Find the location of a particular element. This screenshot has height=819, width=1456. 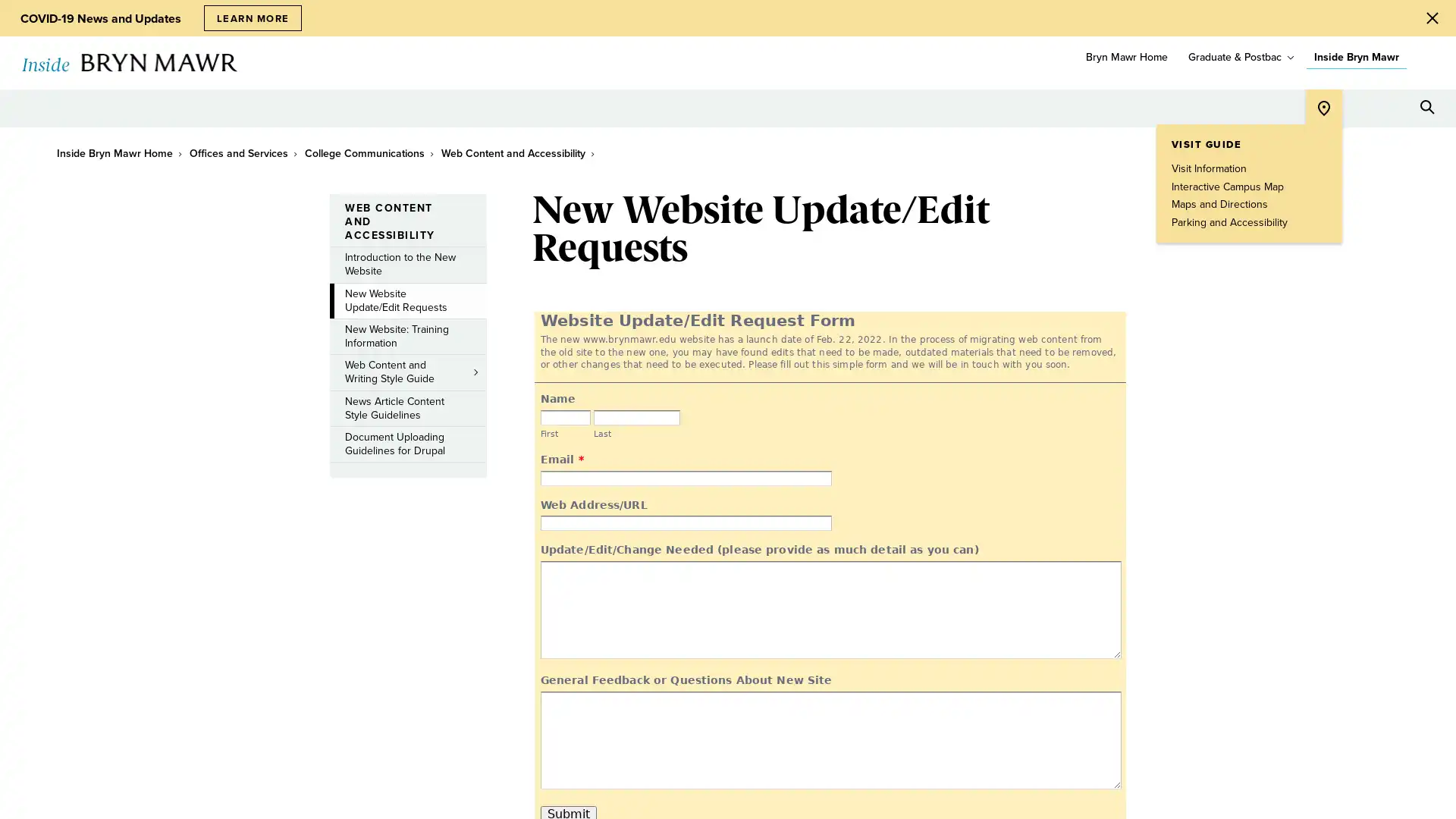

Open Tools menu is located at coordinates (1351, 105).